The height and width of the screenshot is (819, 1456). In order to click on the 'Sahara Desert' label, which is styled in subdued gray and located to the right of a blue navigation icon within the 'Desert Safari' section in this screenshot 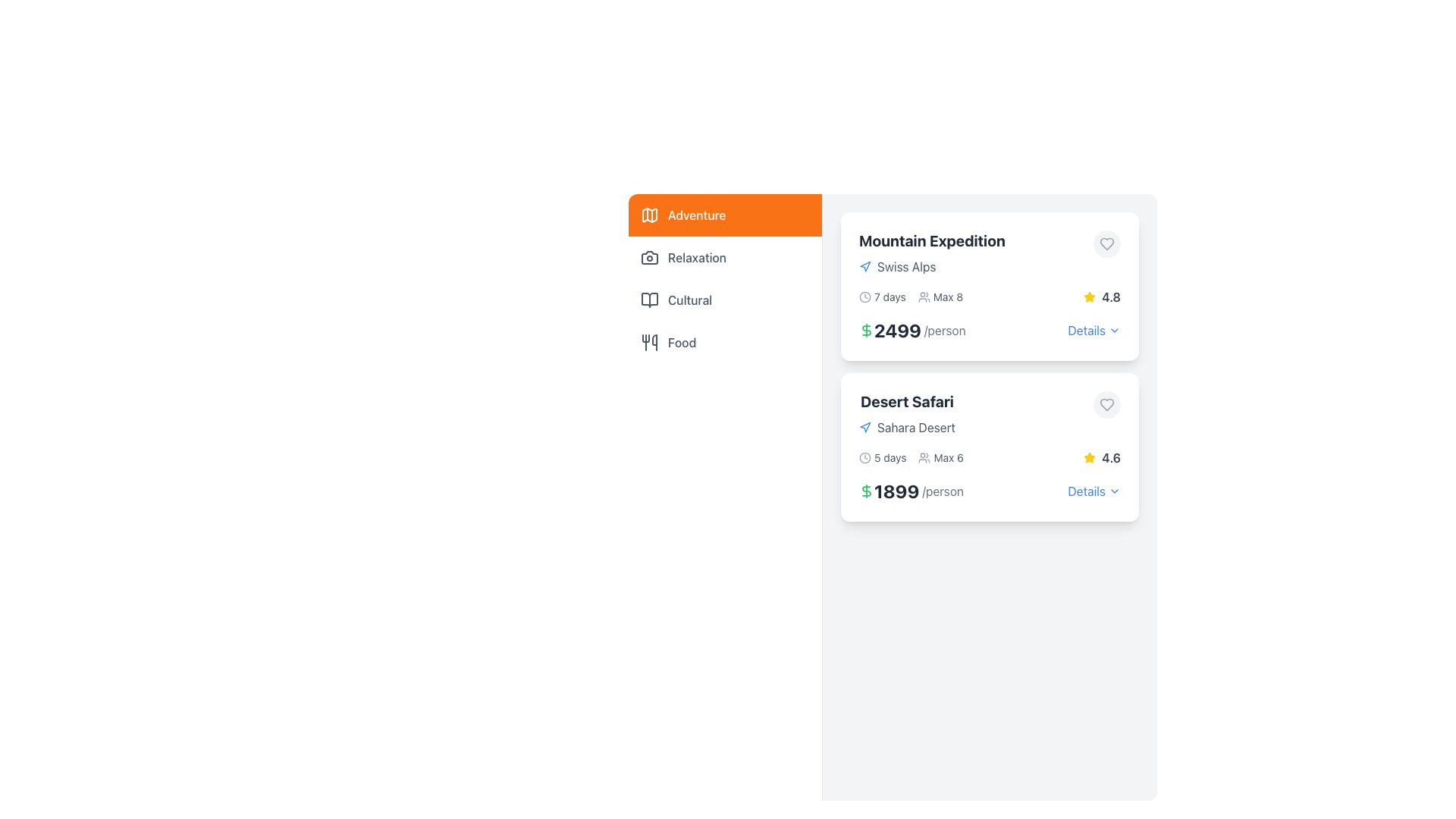, I will do `click(907, 427)`.